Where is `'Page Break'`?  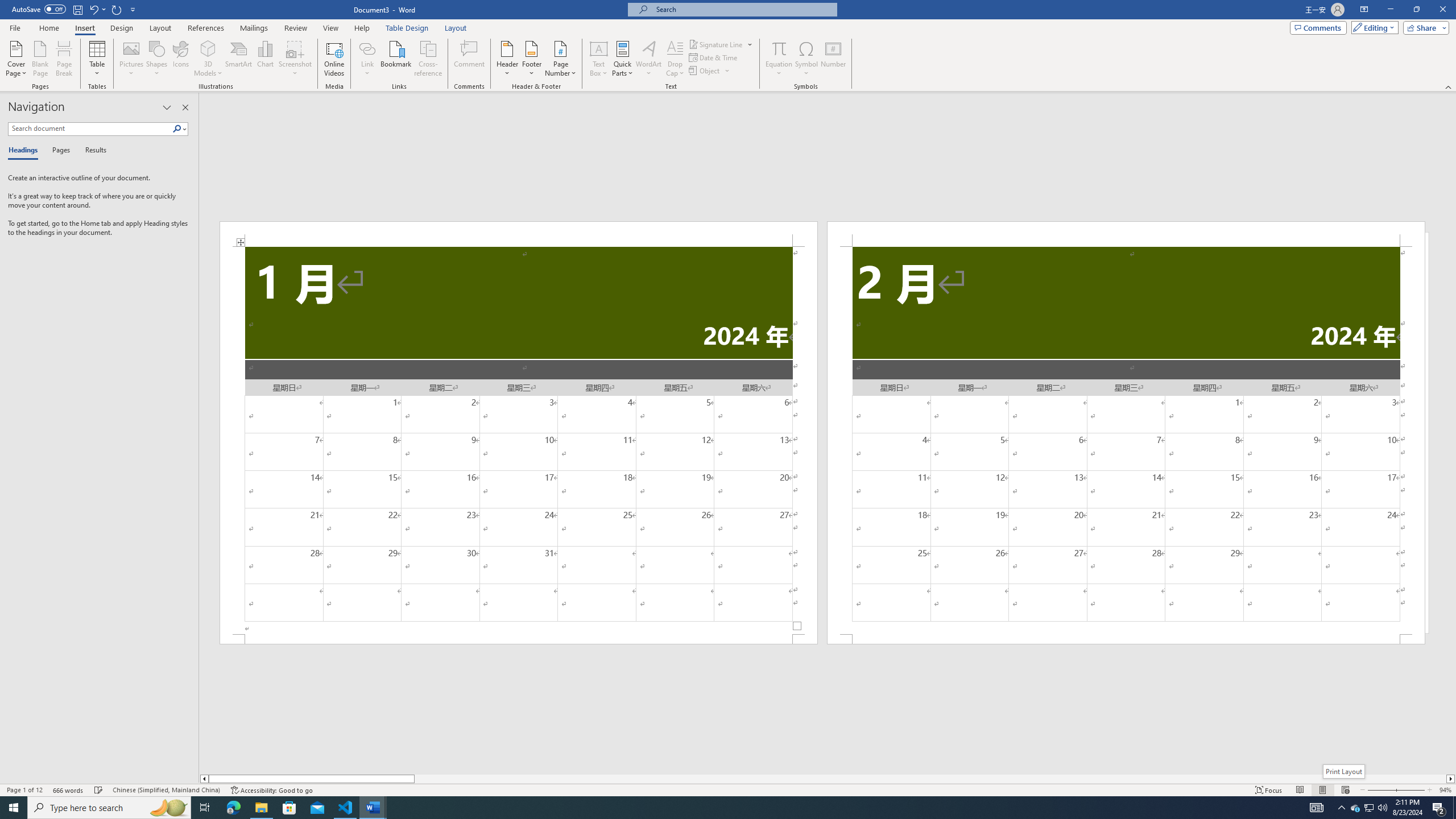
'Page Break' is located at coordinates (63, 59).